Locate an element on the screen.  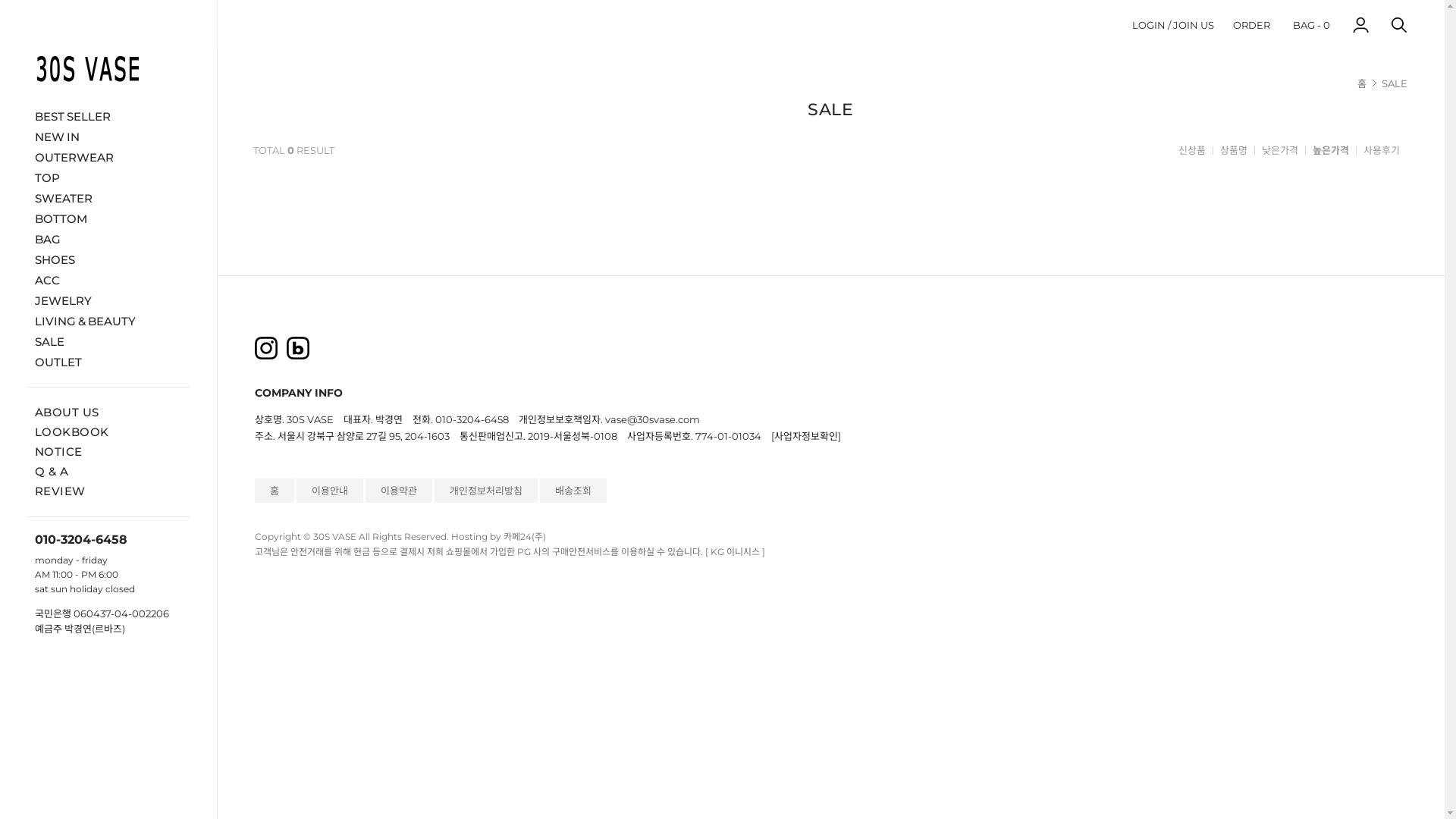
'BAG - 0' is located at coordinates (1310, 24).